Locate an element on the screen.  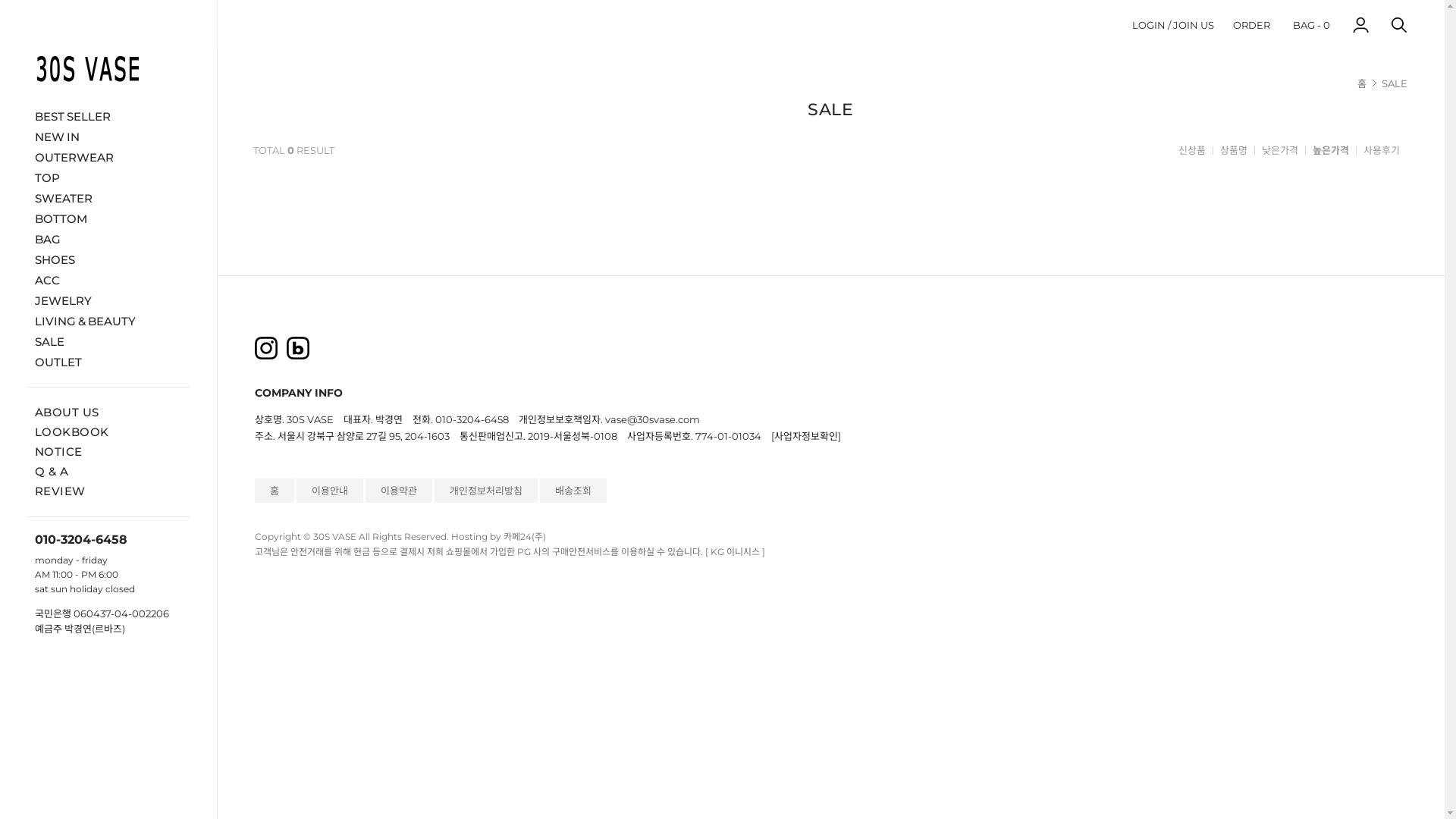
'BAG - 0' is located at coordinates (1310, 24).